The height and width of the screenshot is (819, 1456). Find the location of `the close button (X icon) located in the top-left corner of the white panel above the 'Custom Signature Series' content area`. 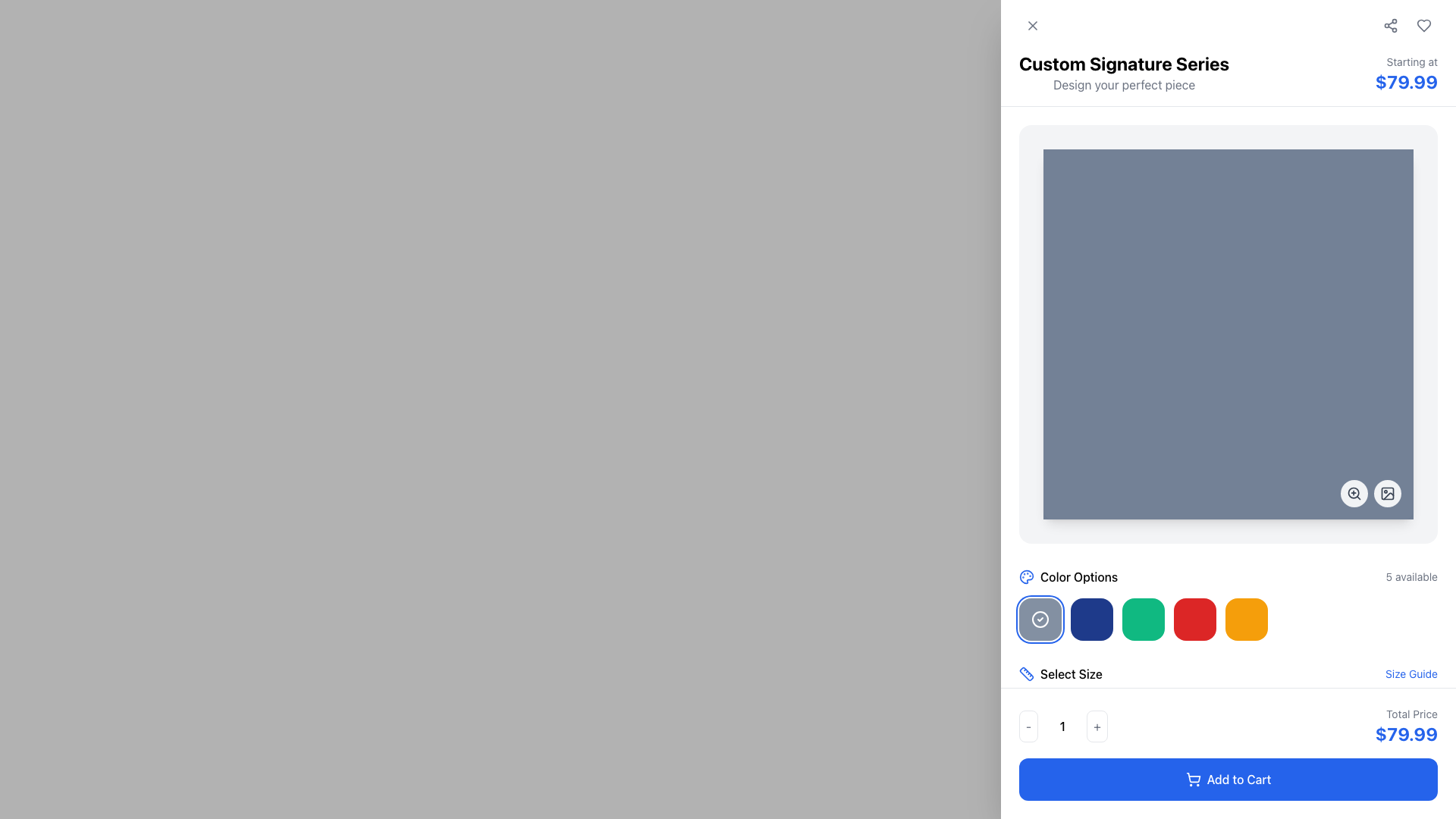

the close button (X icon) located in the top-left corner of the white panel above the 'Custom Signature Series' content area is located at coordinates (1032, 26).